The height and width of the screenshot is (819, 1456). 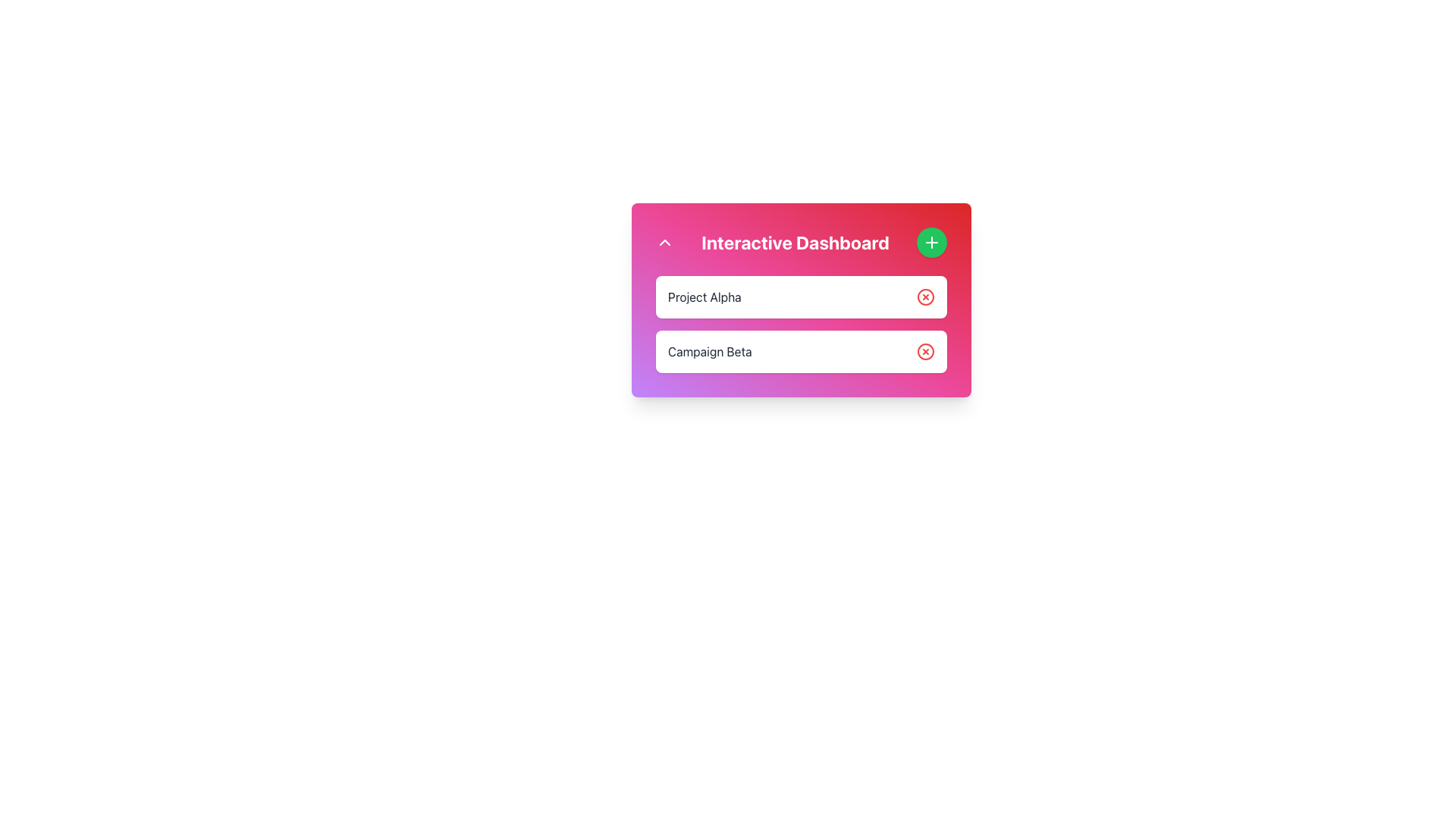 What do you see at coordinates (800, 351) in the screenshot?
I see `text 'Campaign Beta' from the second item in the list under 'Interactive Dashboard', which has a white background and a red circular close button` at bounding box center [800, 351].